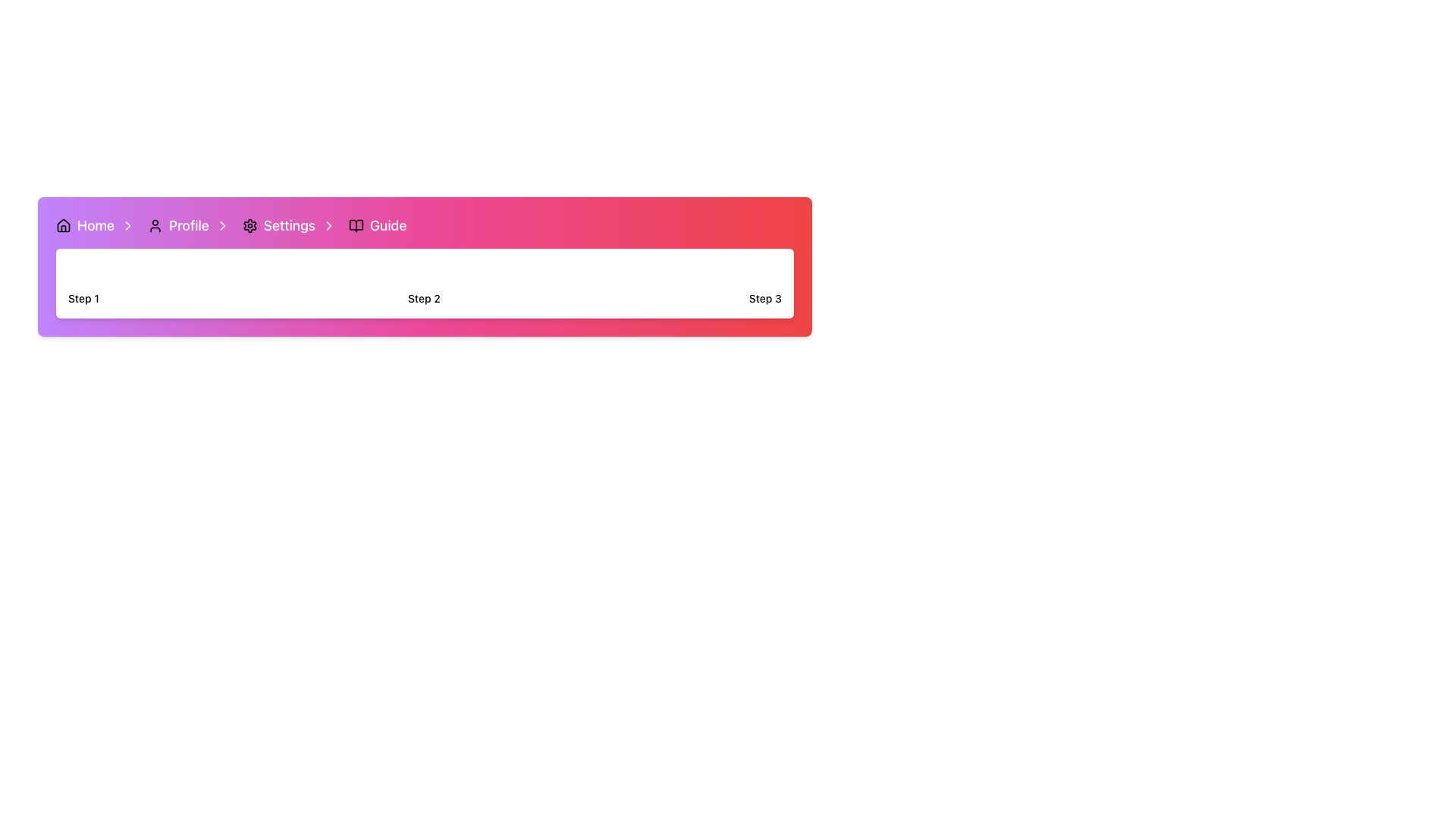  Describe the element at coordinates (188, 225) in the screenshot. I see `the 'Profile' Navigation Item` at that location.